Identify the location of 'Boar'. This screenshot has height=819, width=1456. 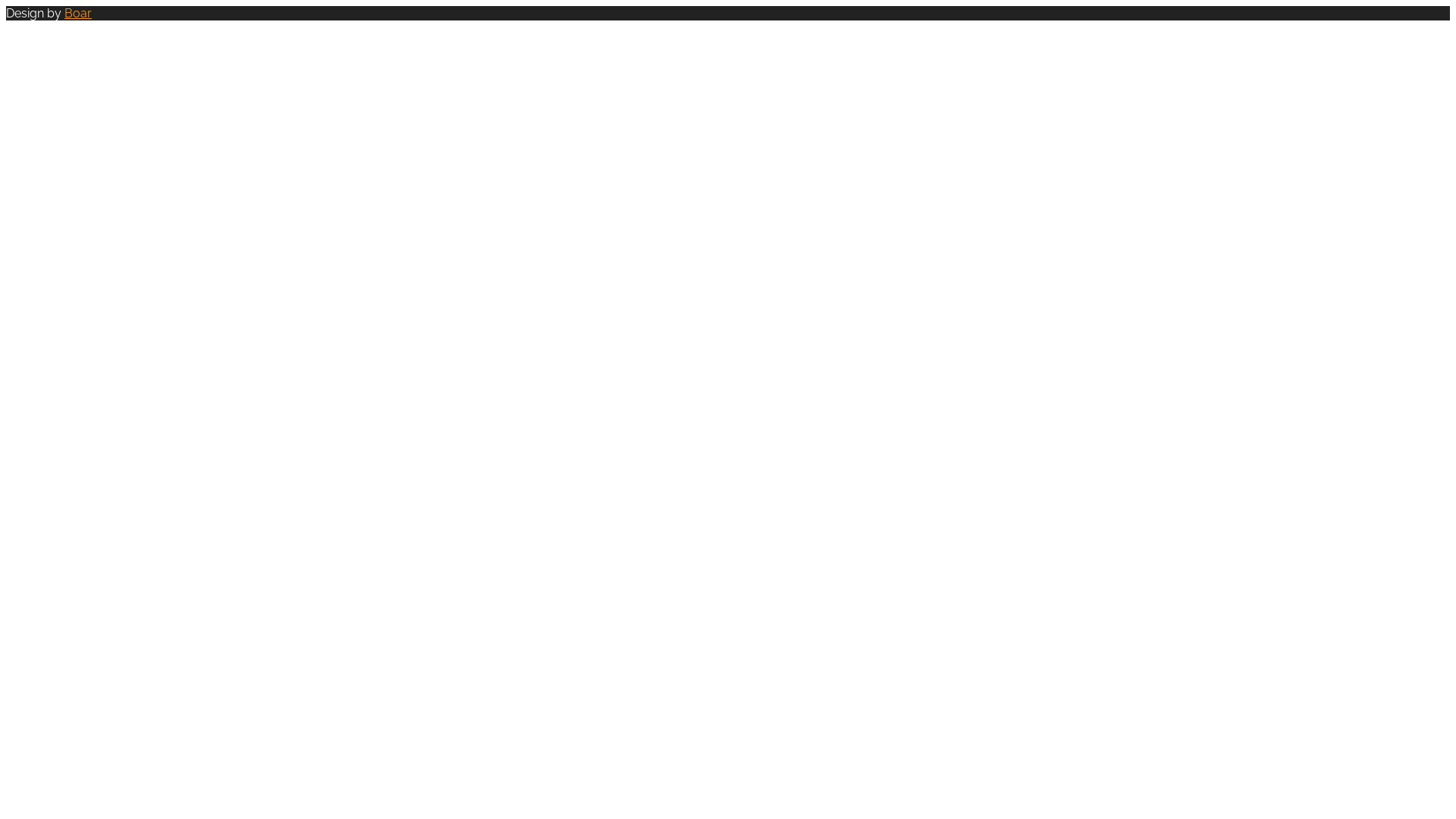
(77, 13).